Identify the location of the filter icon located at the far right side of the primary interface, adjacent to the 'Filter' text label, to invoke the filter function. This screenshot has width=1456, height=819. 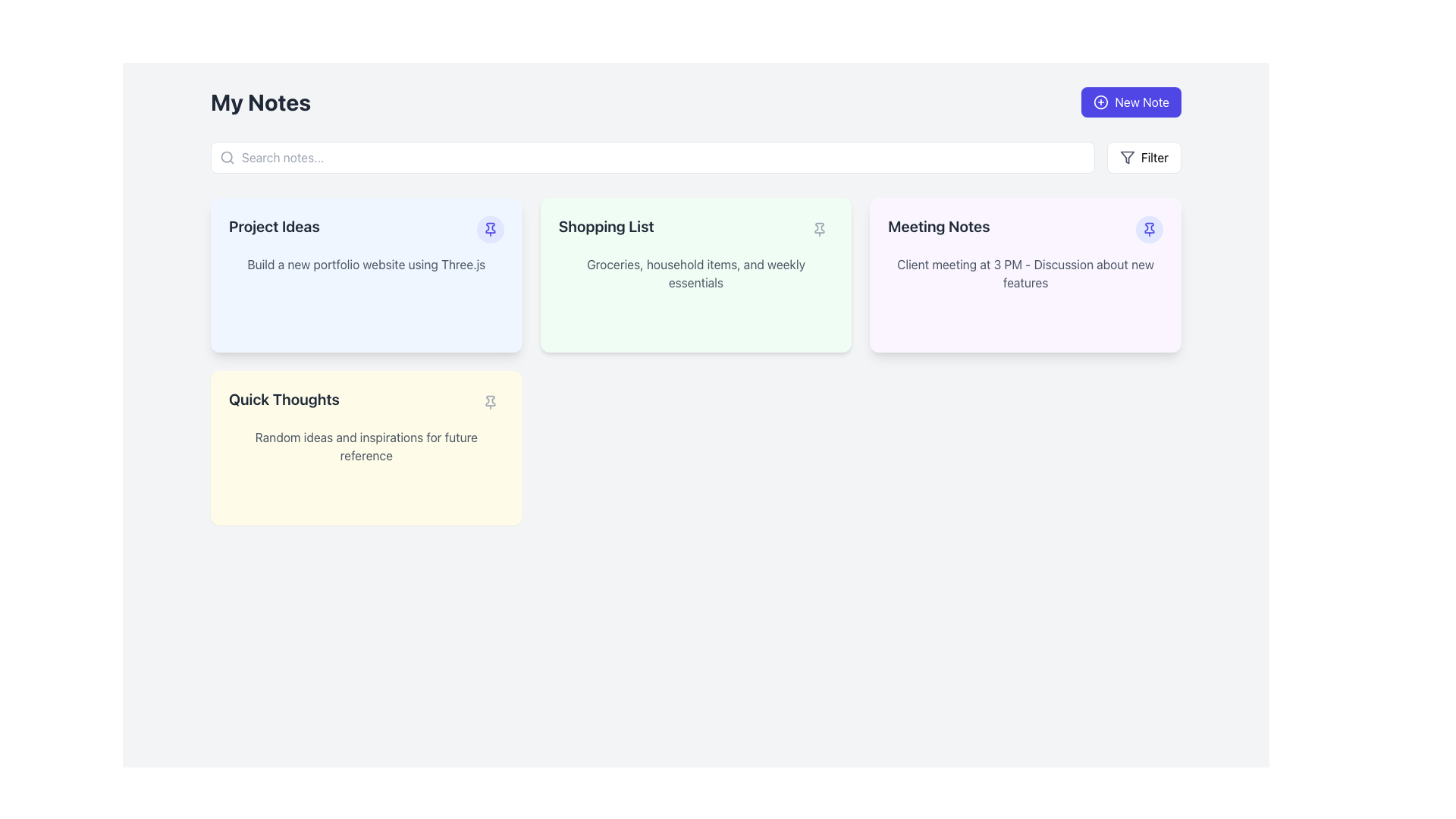
(1127, 158).